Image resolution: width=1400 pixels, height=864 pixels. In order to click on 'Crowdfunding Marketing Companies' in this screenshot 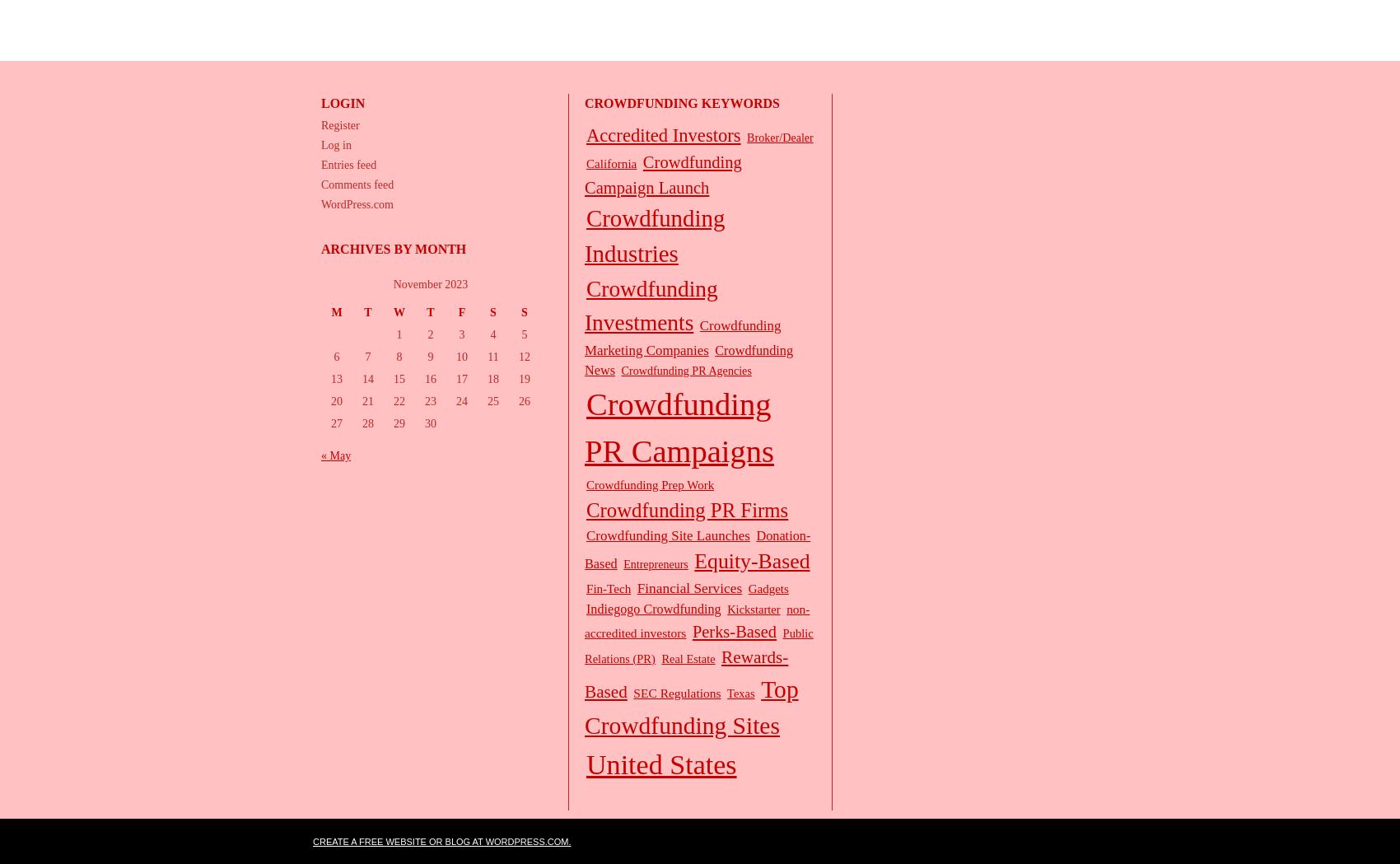, I will do `click(681, 336)`.